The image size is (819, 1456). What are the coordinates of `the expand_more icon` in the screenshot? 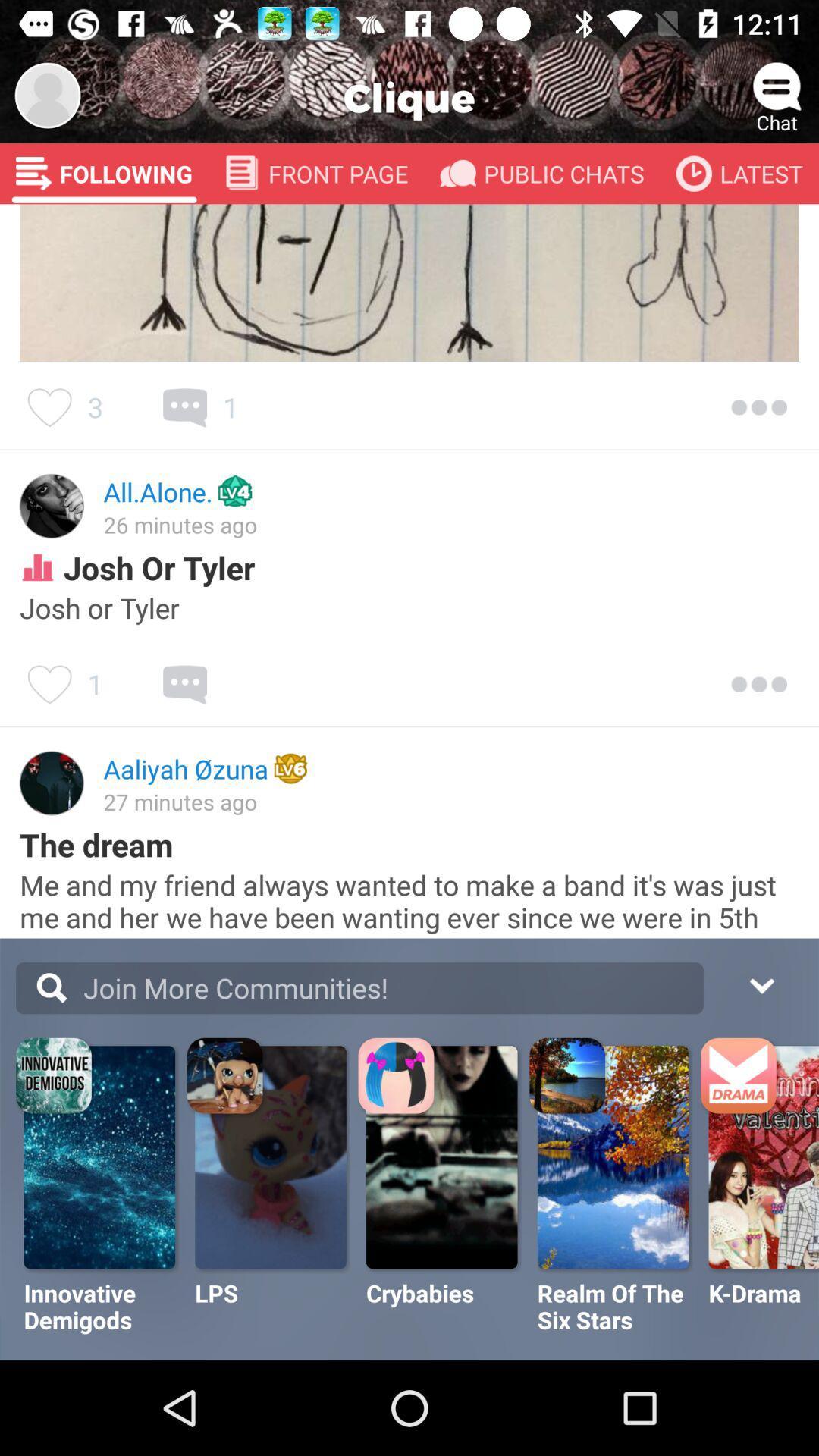 It's located at (761, 984).